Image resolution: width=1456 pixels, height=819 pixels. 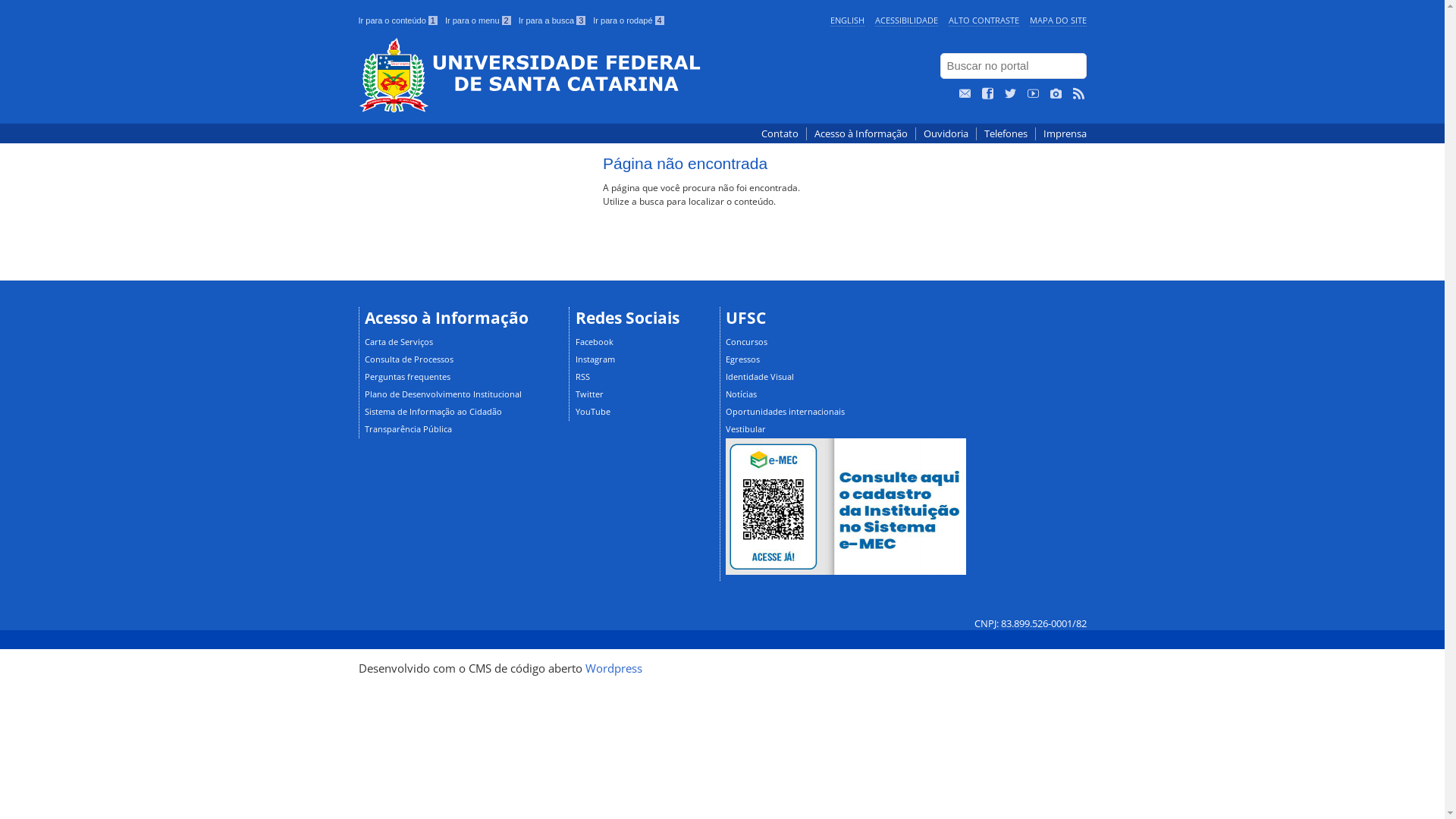 What do you see at coordinates (845, 506) in the screenshot?
I see `'UFSC no e-MEC'` at bounding box center [845, 506].